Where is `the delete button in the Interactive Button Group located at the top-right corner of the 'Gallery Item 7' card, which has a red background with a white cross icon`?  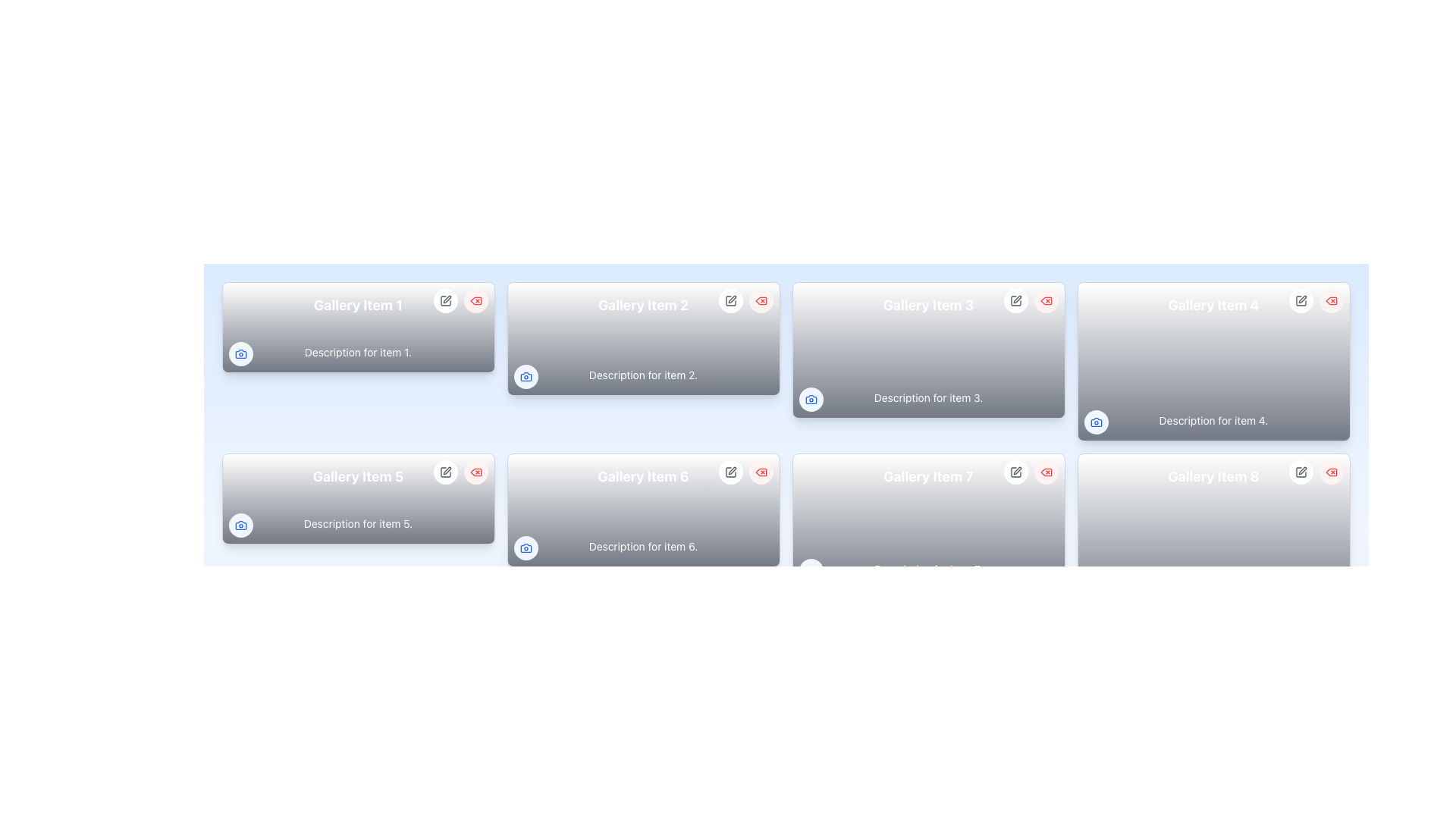 the delete button in the Interactive Button Group located at the top-right corner of the 'Gallery Item 7' card, which has a red background with a white cross icon is located at coordinates (1031, 472).